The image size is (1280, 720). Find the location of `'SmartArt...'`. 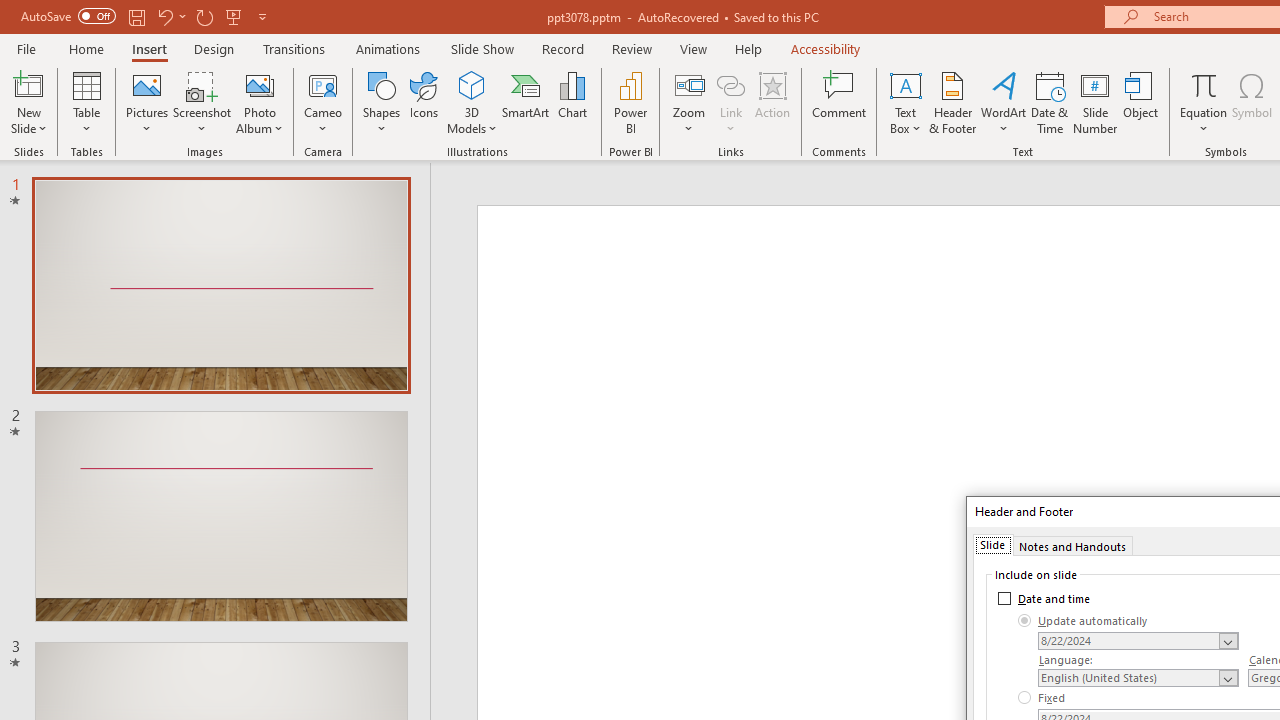

'SmartArt...' is located at coordinates (526, 103).